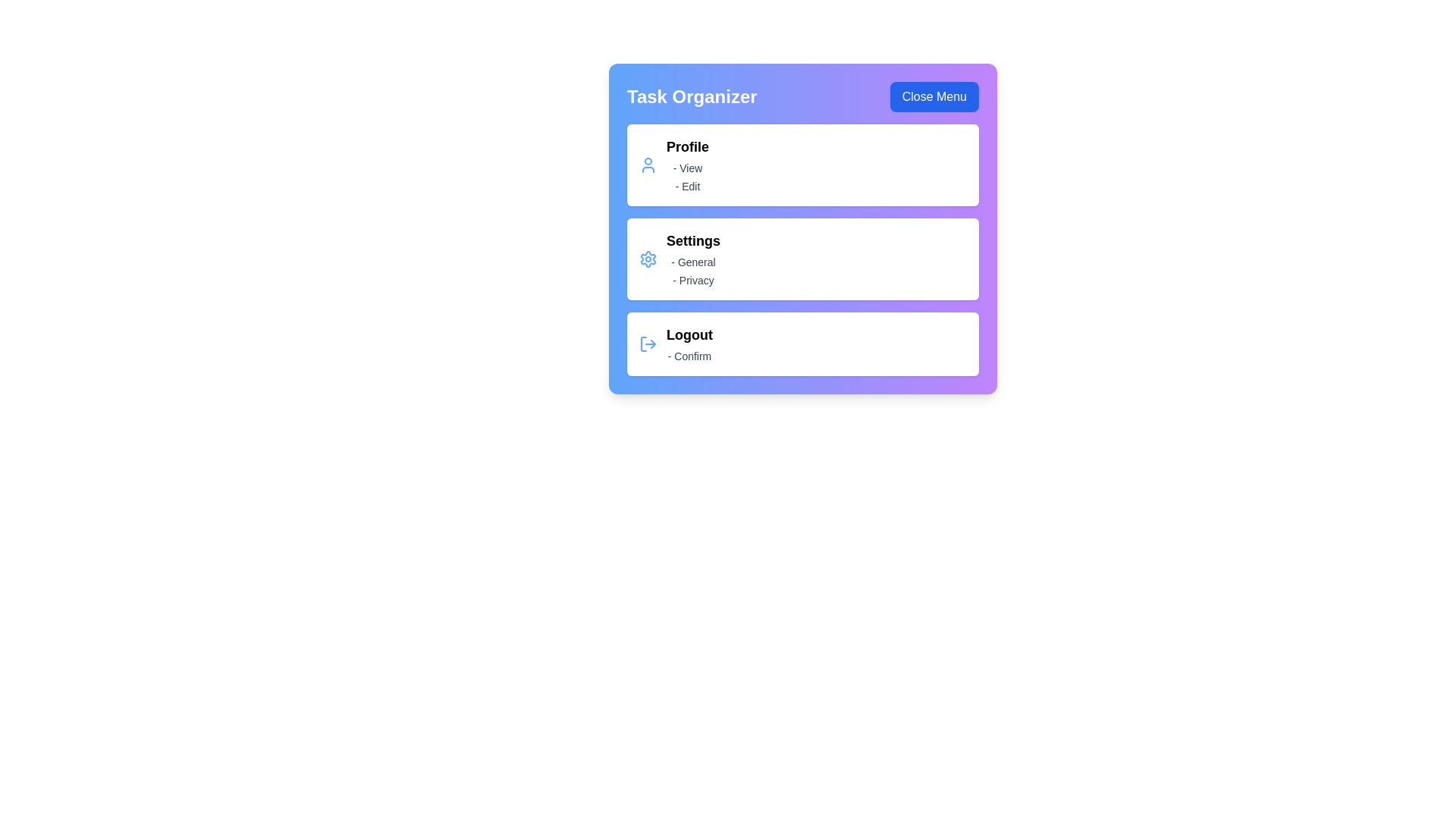 The height and width of the screenshot is (819, 1456). Describe the element at coordinates (802, 259) in the screenshot. I see `the menu item Settings by clicking on it` at that location.